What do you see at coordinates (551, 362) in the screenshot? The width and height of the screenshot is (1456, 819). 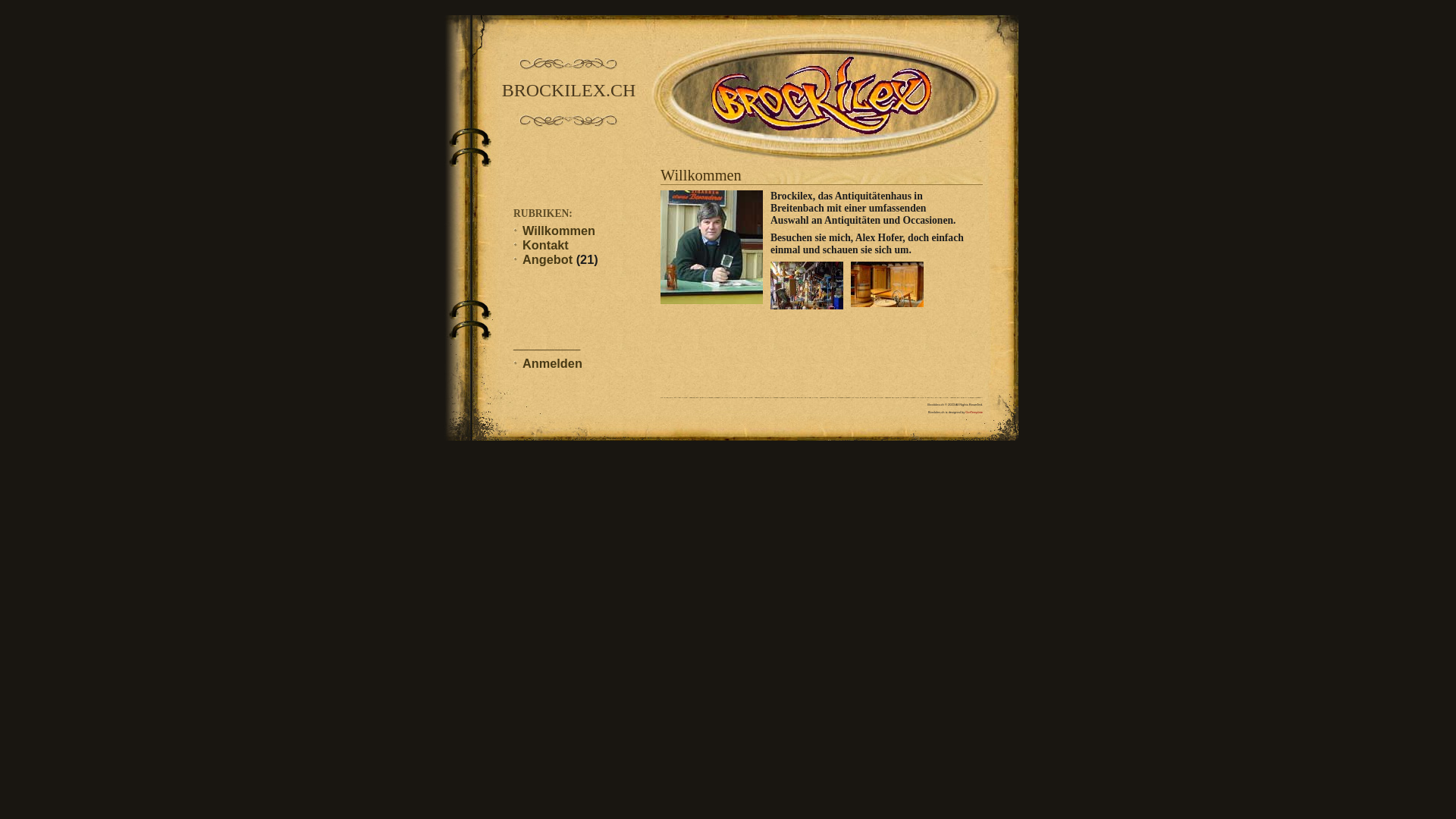 I see `'Anmelden'` at bounding box center [551, 362].